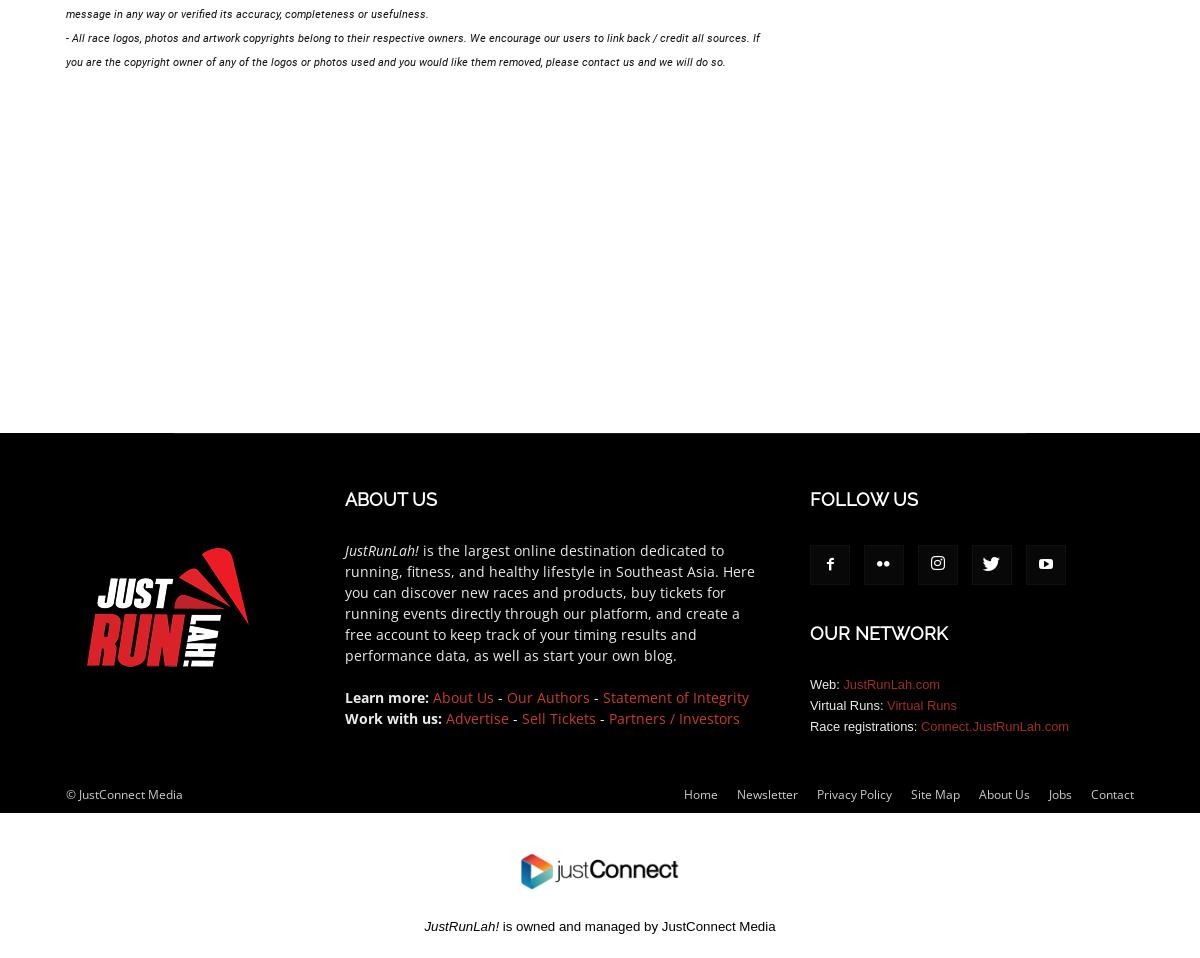 The image size is (1200, 958). Describe the element at coordinates (674, 716) in the screenshot. I see `'Partners / Investors'` at that location.